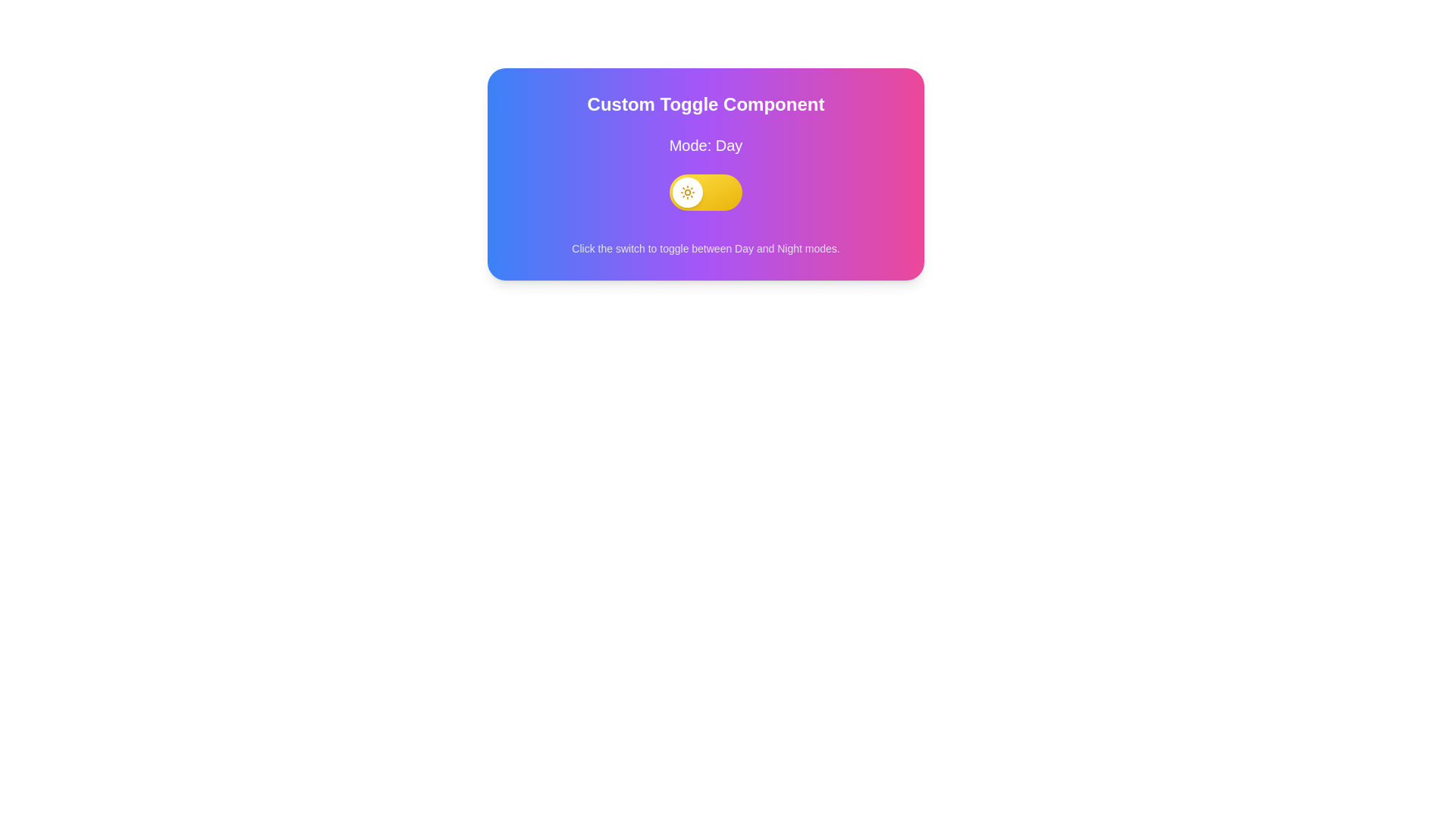  Describe the element at coordinates (687, 192) in the screenshot. I see `the sun-like icon in the center of the circular button` at that location.